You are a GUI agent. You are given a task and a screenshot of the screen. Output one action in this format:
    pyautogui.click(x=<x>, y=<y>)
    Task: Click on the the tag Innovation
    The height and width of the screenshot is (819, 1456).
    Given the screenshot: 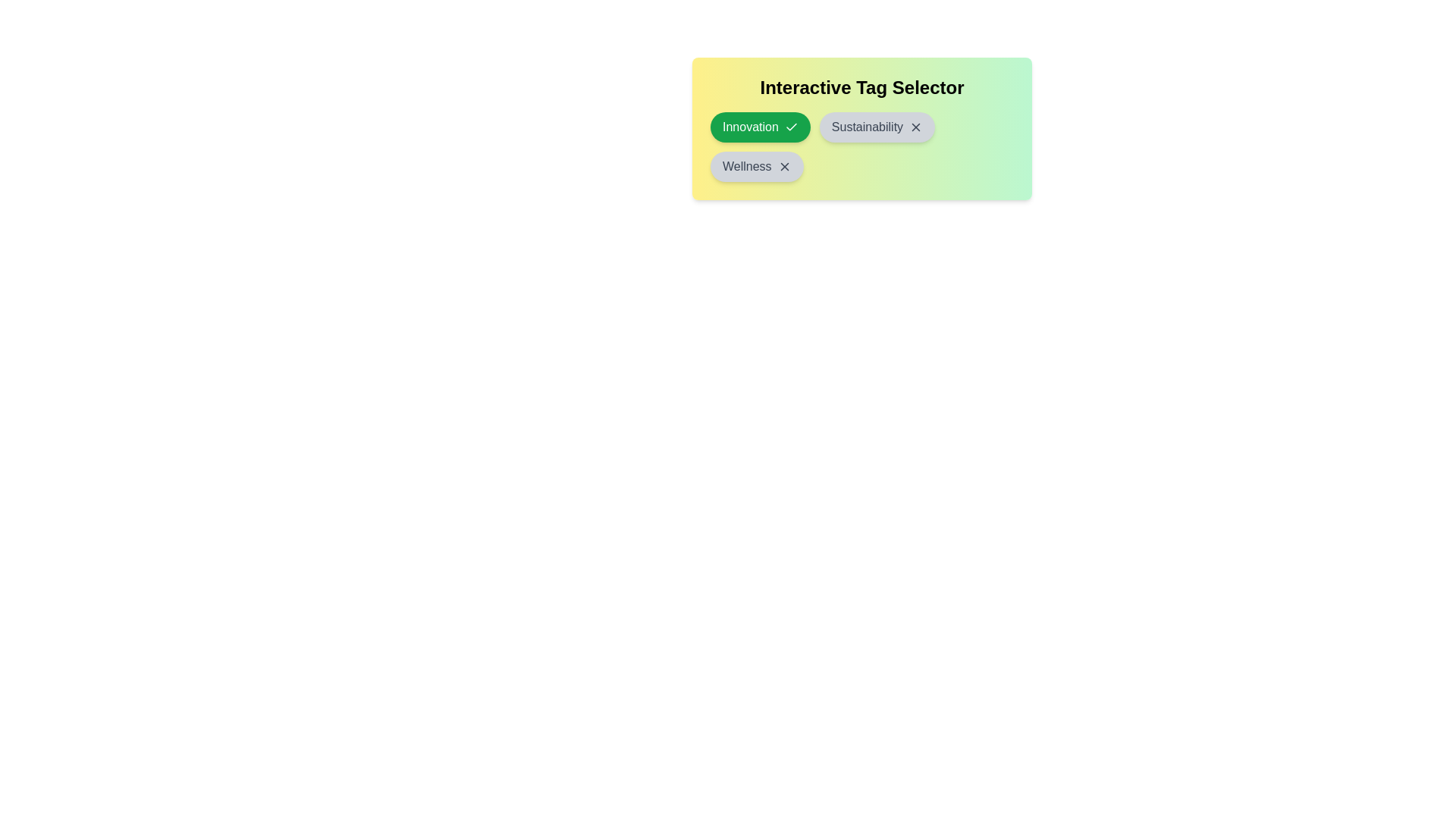 What is the action you would take?
    pyautogui.click(x=761, y=127)
    